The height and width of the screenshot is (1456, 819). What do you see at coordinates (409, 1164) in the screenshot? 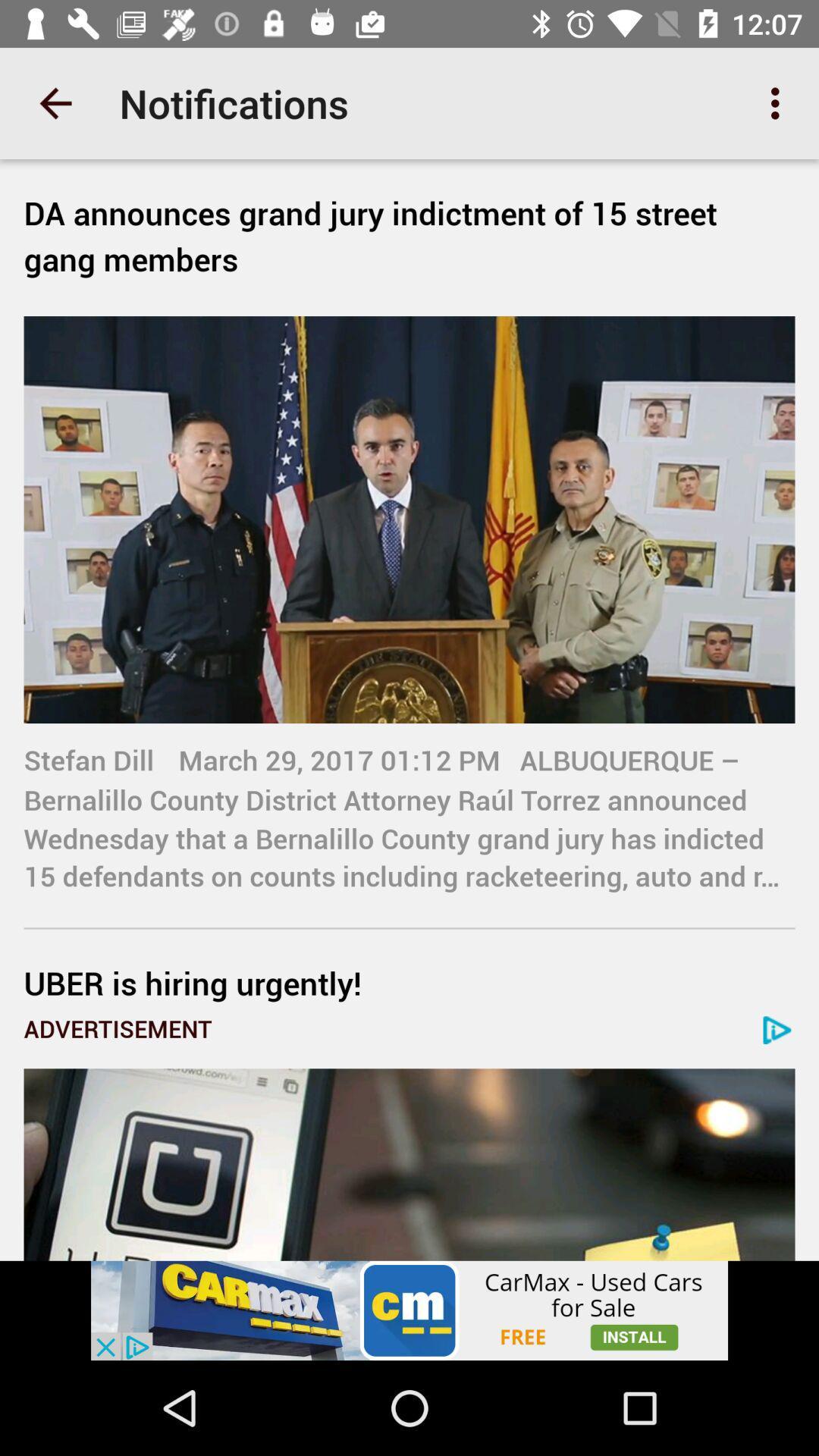
I see `advertisement link` at bounding box center [409, 1164].